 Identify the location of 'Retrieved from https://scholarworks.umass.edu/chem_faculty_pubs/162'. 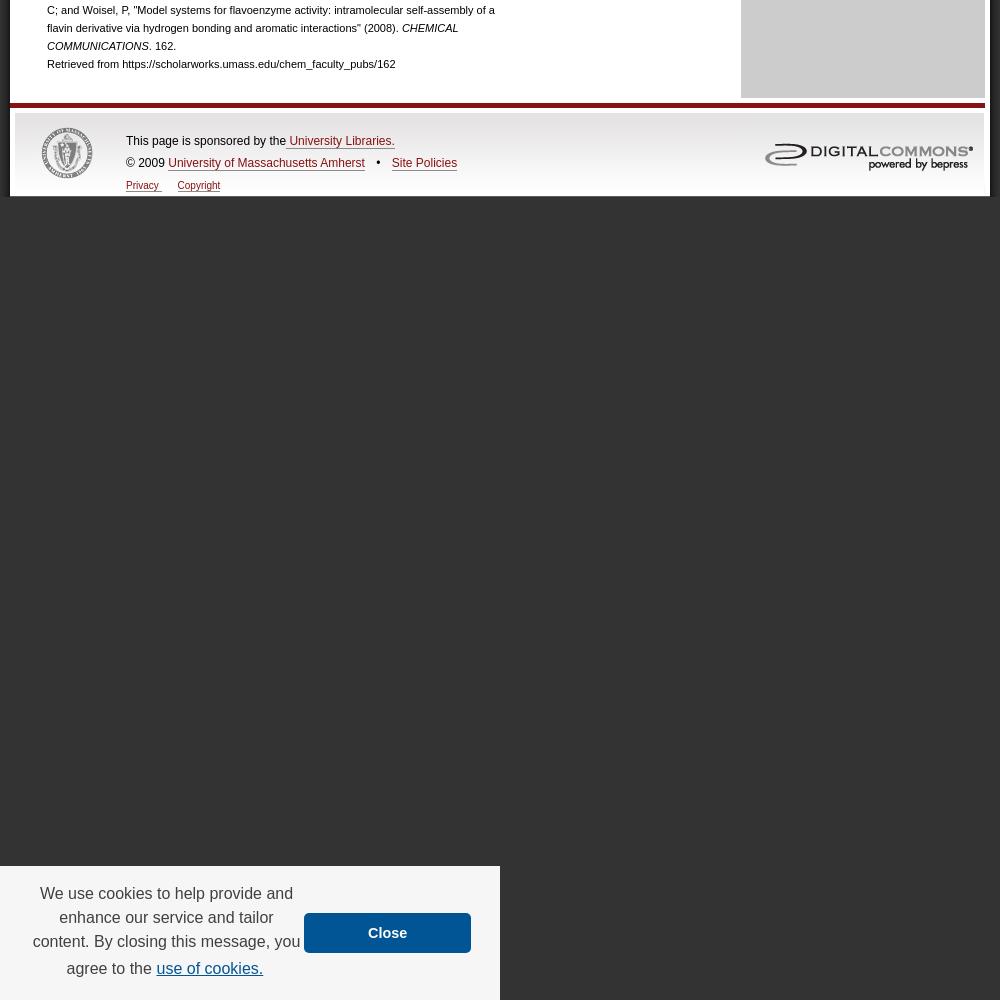
(220, 63).